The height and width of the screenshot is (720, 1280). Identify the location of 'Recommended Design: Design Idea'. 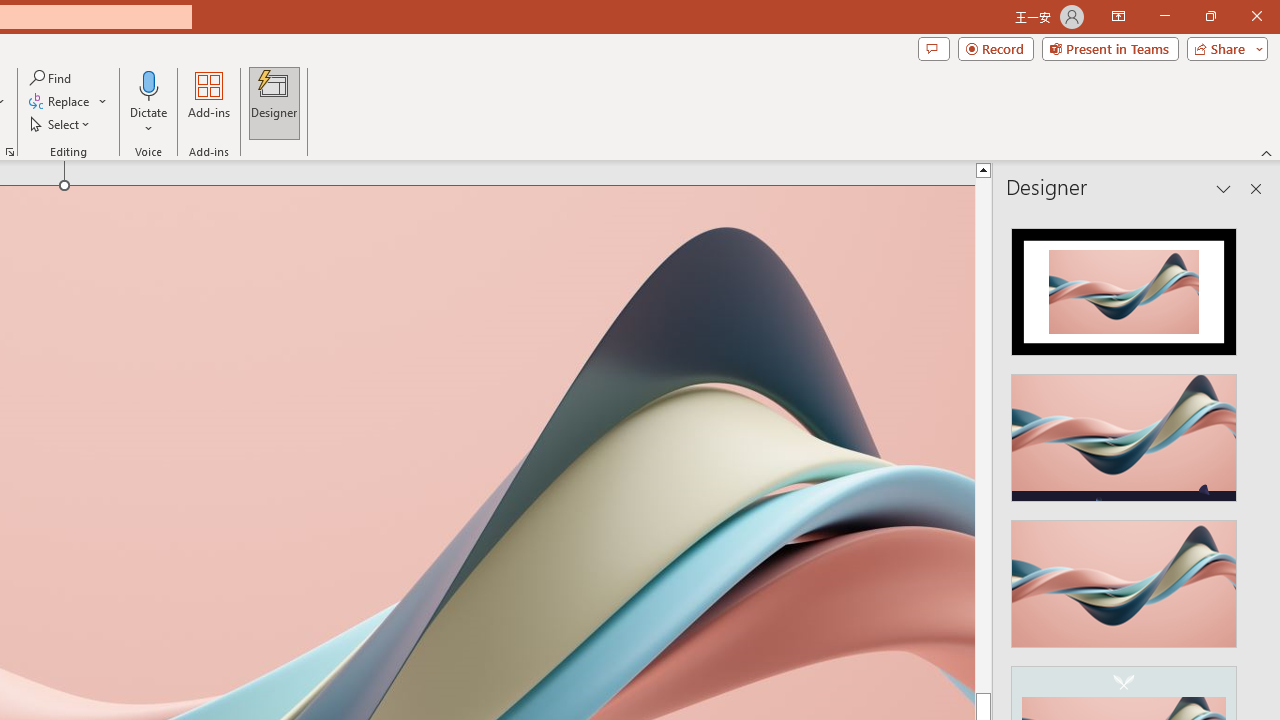
(1124, 286).